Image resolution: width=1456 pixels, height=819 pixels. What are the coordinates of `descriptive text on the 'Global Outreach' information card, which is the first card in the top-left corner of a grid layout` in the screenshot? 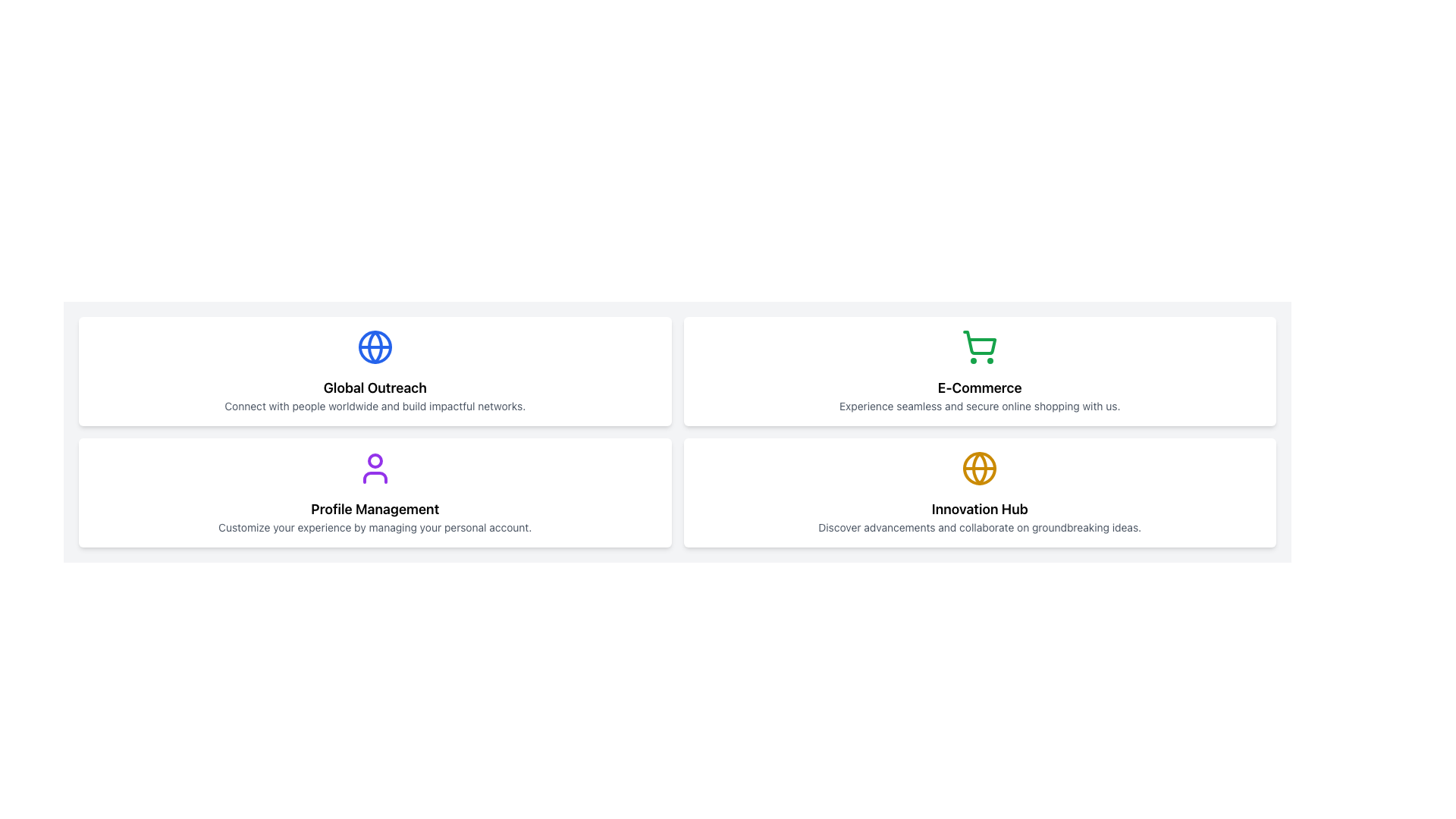 It's located at (375, 371).